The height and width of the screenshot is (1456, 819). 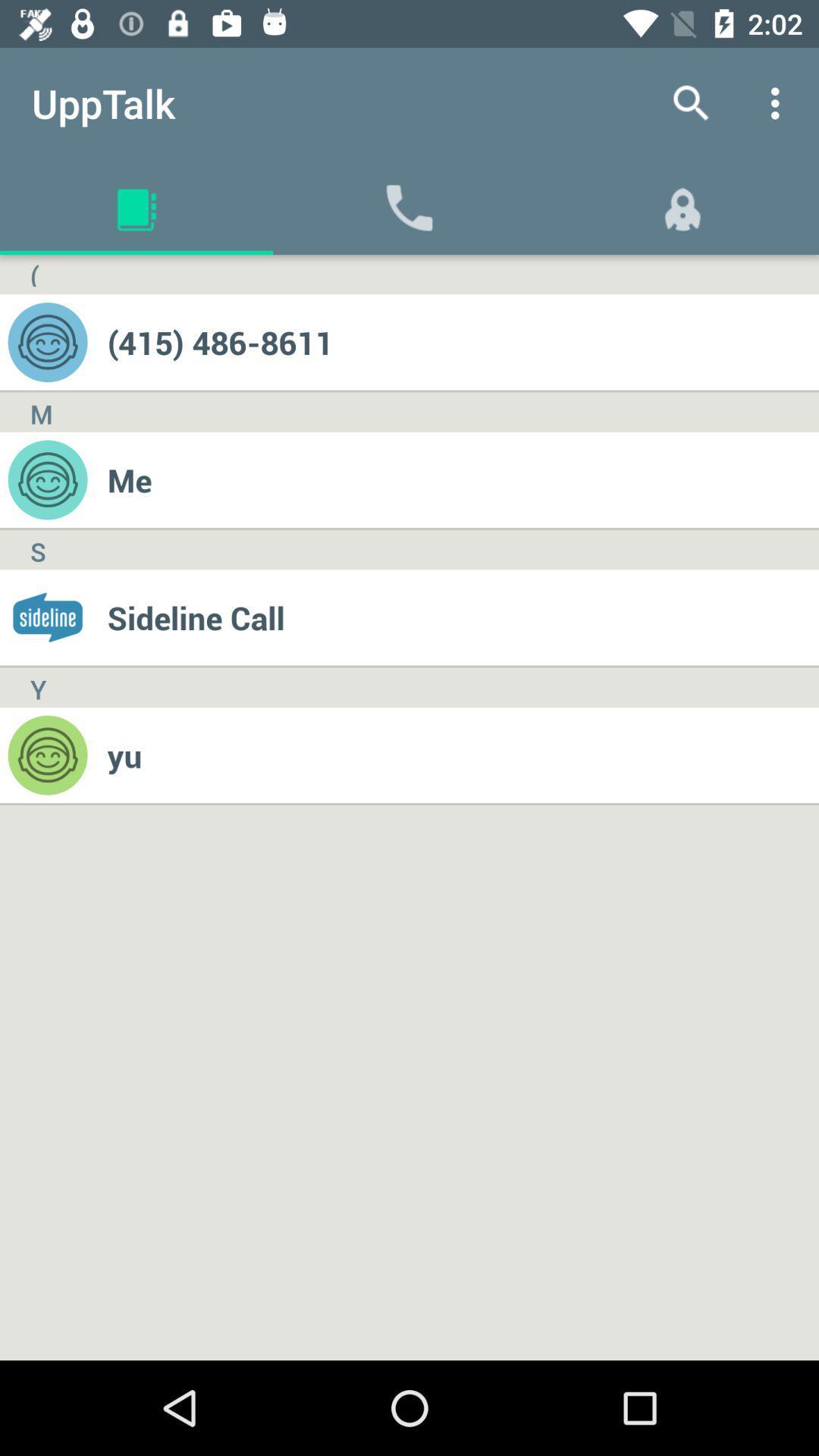 What do you see at coordinates (462, 479) in the screenshot?
I see `item above sideline call item` at bounding box center [462, 479].